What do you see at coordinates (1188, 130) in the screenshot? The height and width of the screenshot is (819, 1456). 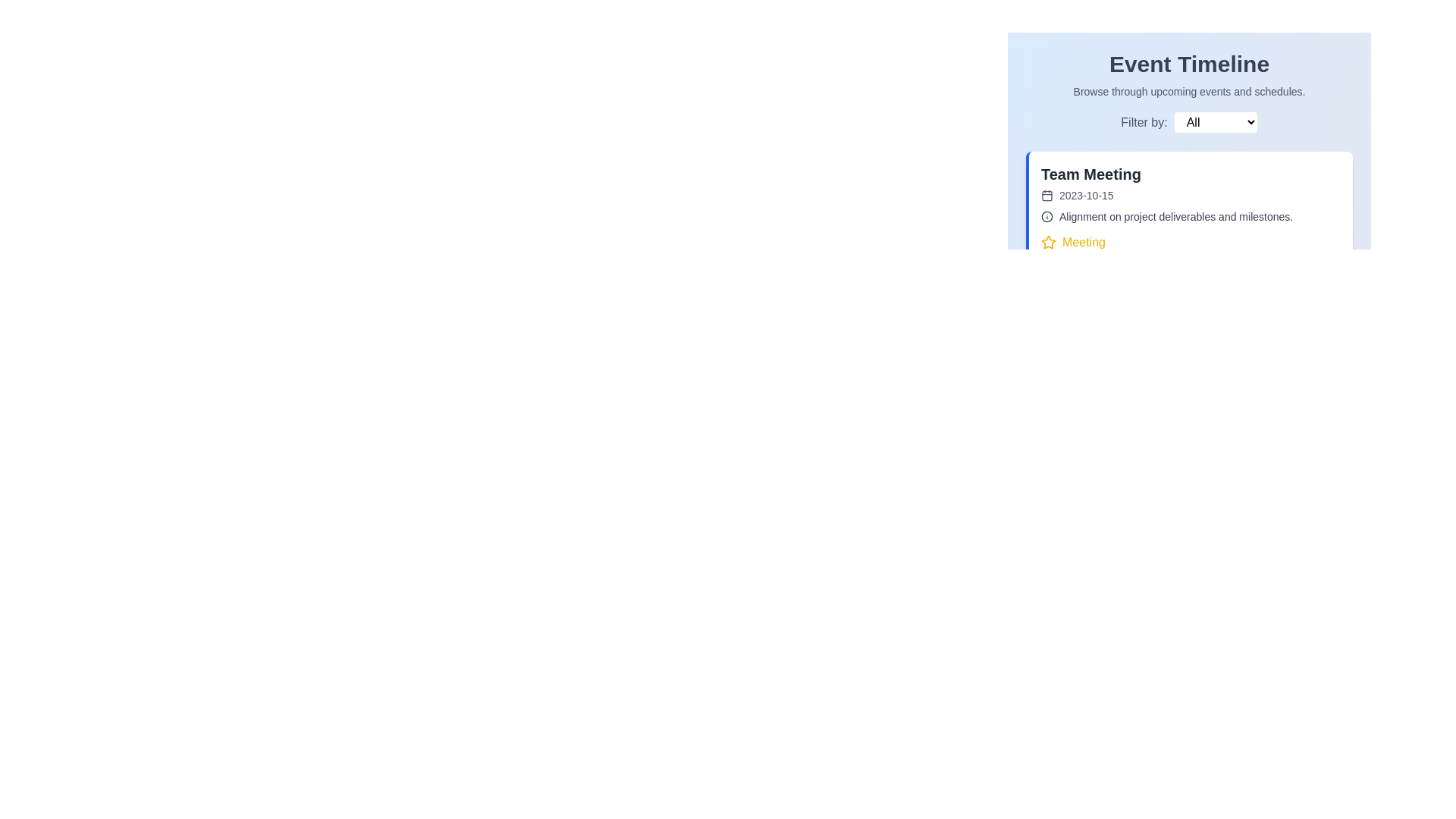 I see `the 'Filter by' dropdown menu located in the upper part of the event timeline interface` at bounding box center [1188, 130].